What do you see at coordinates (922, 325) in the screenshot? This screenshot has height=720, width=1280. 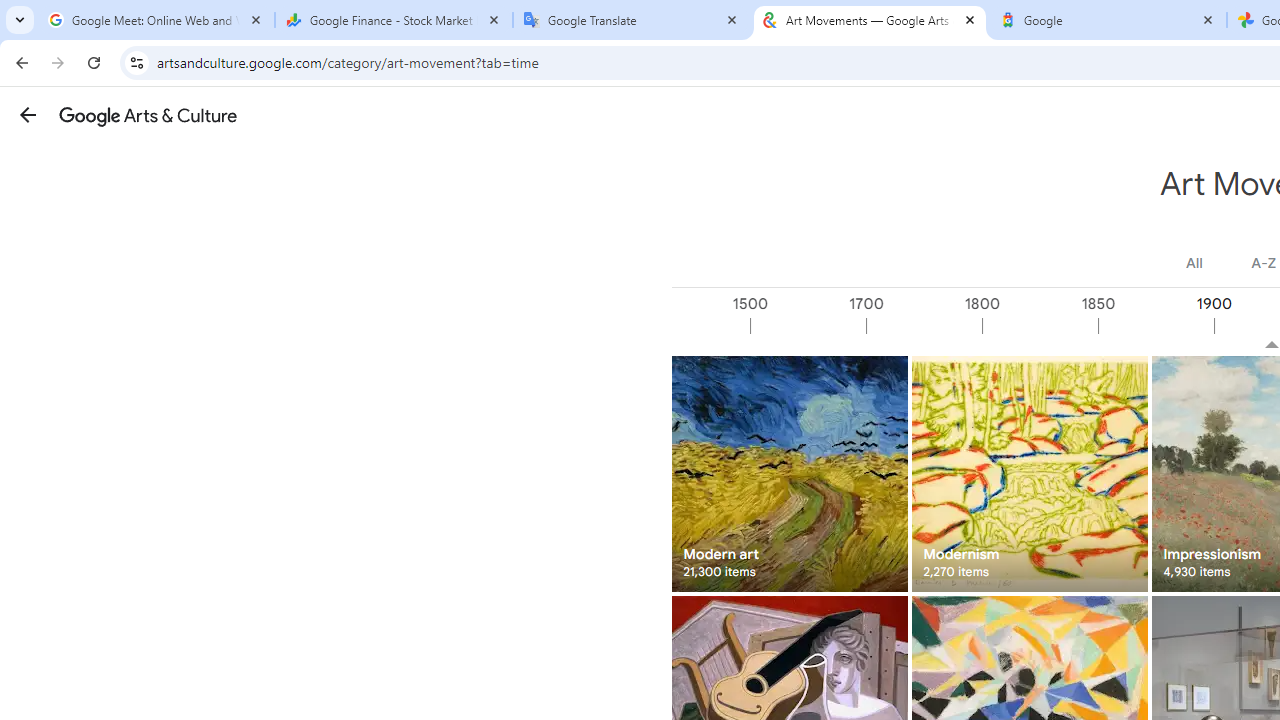 I see `'1700'` at bounding box center [922, 325].